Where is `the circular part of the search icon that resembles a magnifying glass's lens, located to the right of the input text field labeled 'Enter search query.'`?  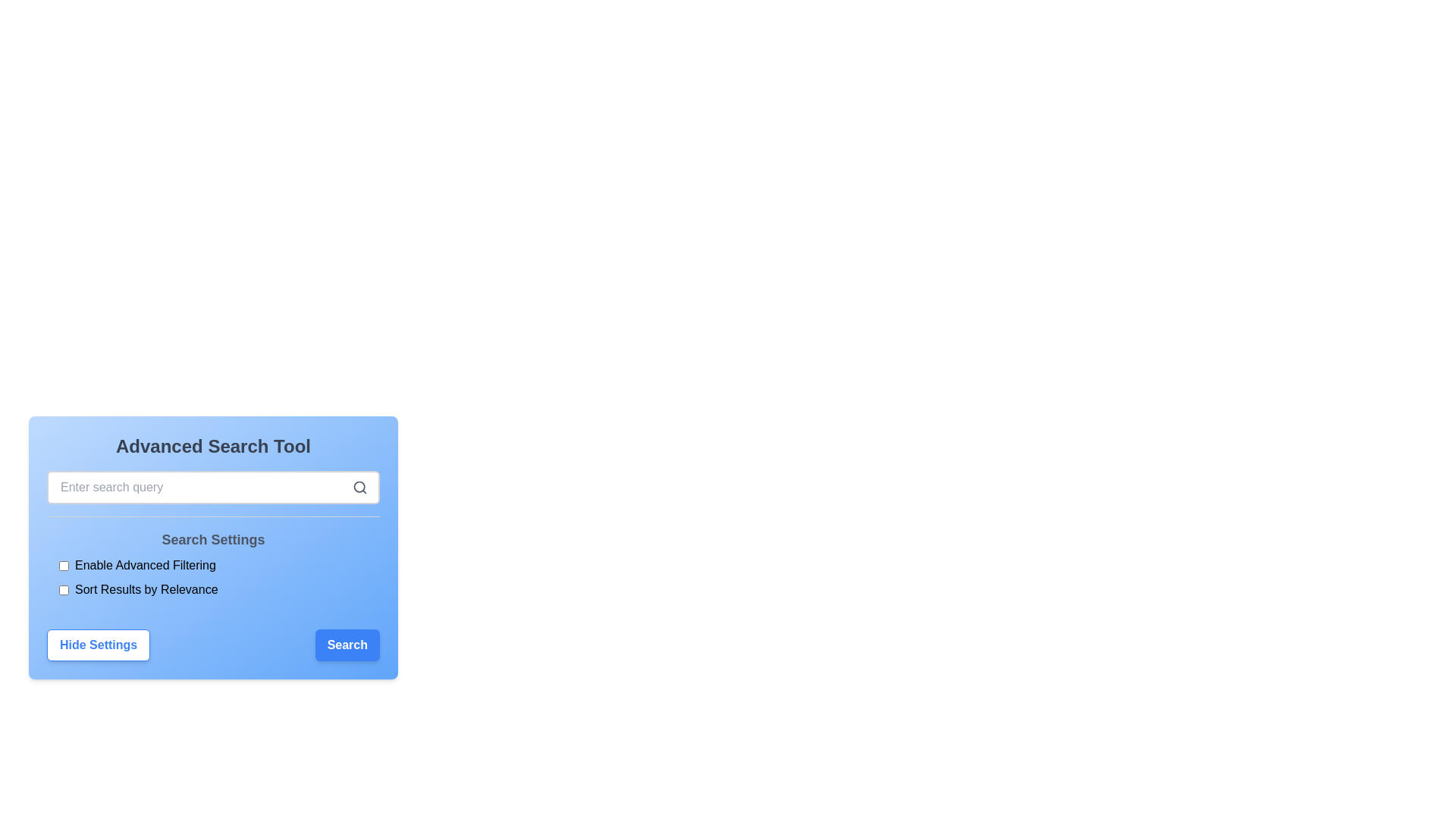 the circular part of the search icon that resembles a magnifying glass's lens, located to the right of the input text field labeled 'Enter search query.' is located at coordinates (359, 487).